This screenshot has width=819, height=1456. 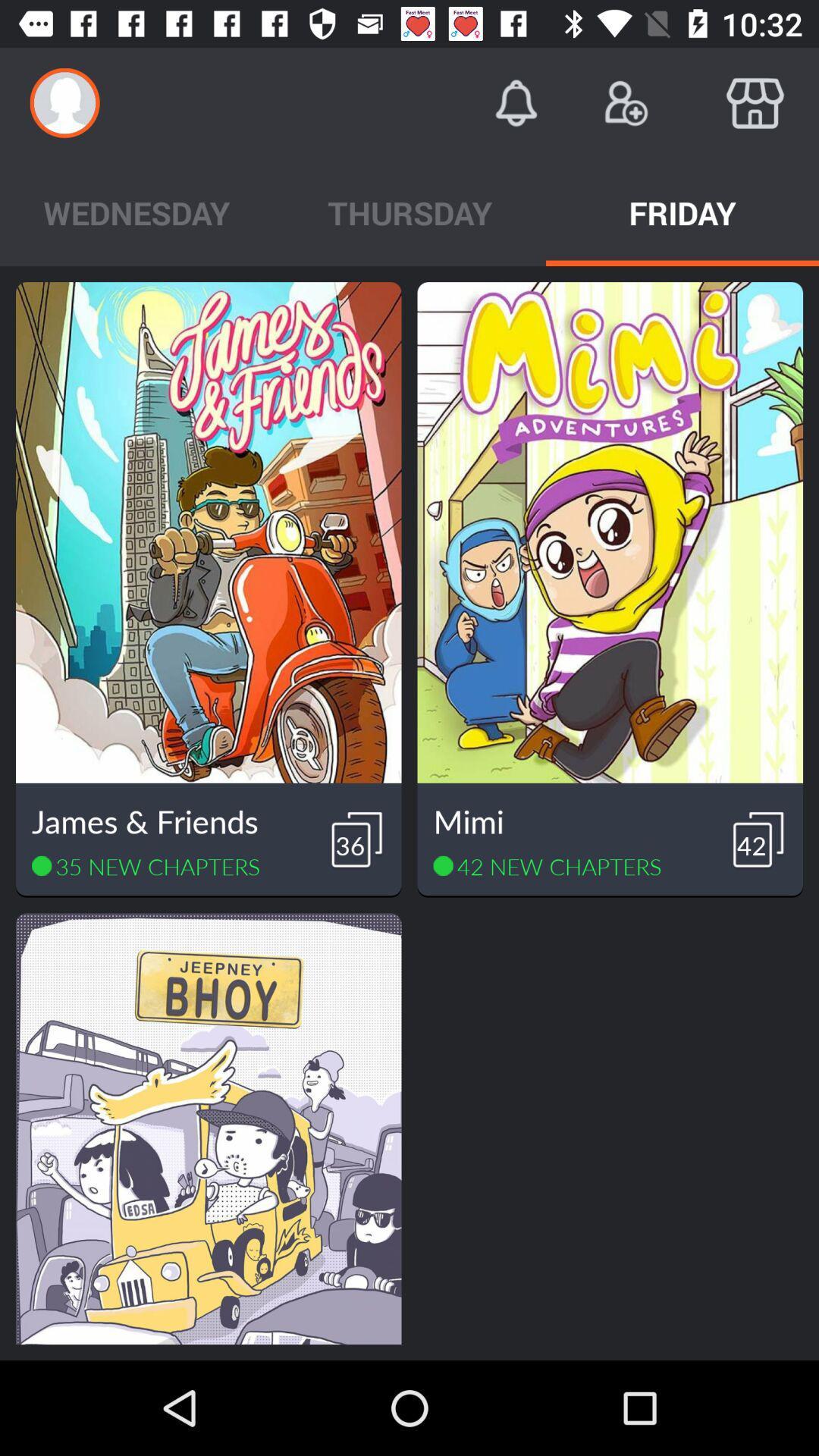 I want to click on the icon next to thursday, so click(x=681, y=212).